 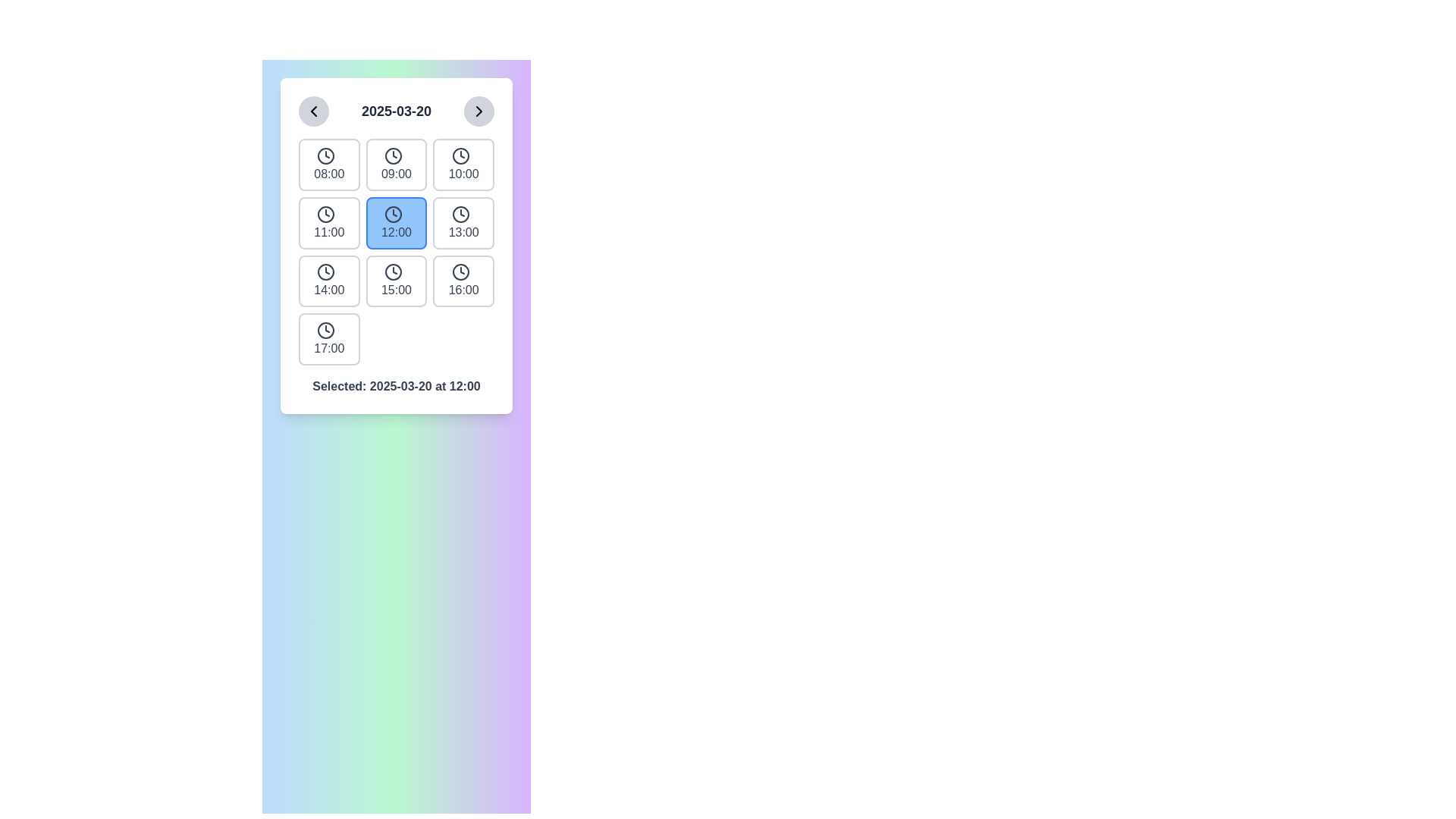 What do you see at coordinates (325, 330) in the screenshot?
I see `the clock icon representing the '17:00' time slot, which is styled with a circular border and clock hands, located in the bottom row, leftmost column` at bounding box center [325, 330].